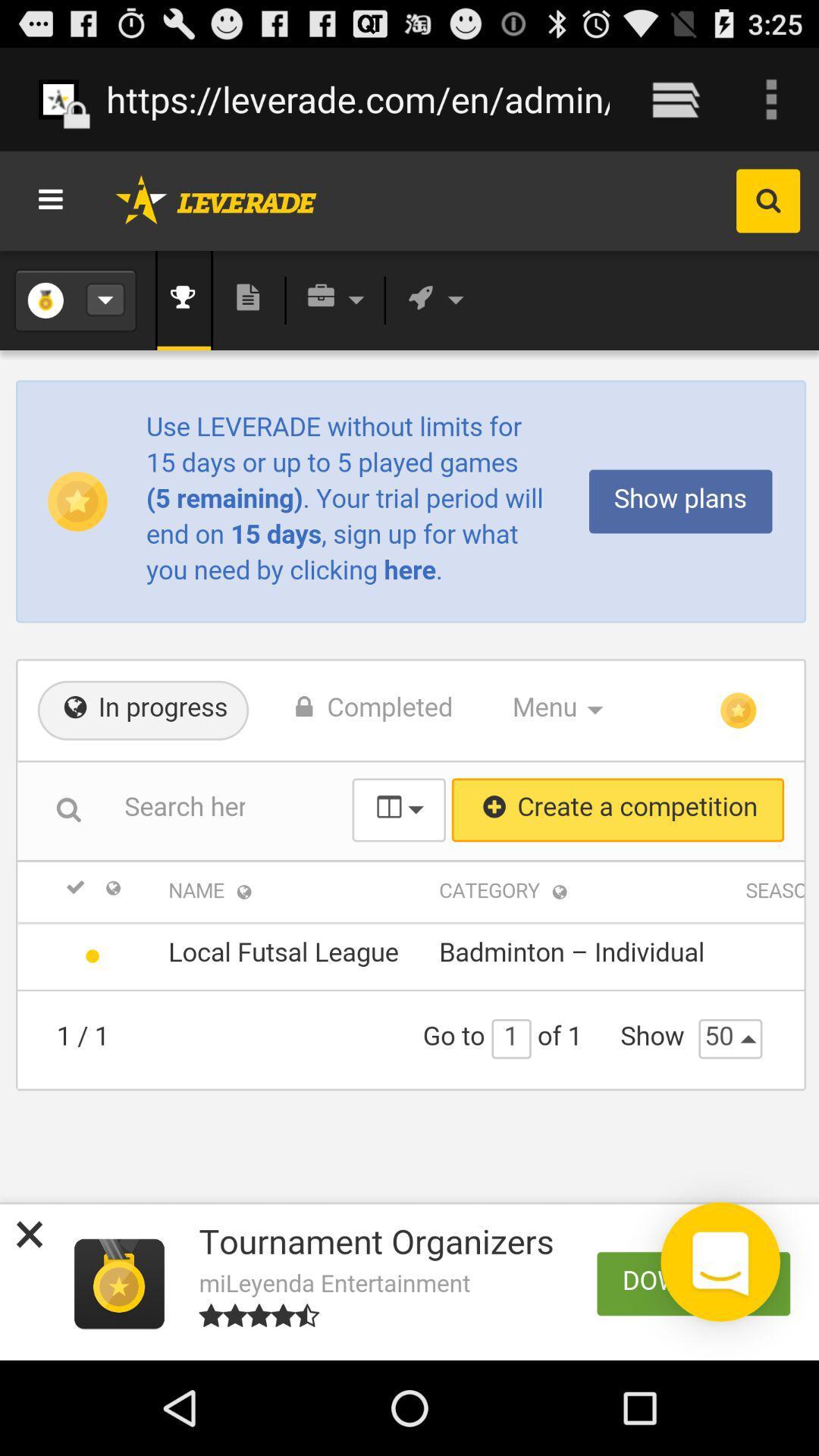  Describe the element at coordinates (675, 99) in the screenshot. I see `the icon to the right of https leverade com icon` at that location.